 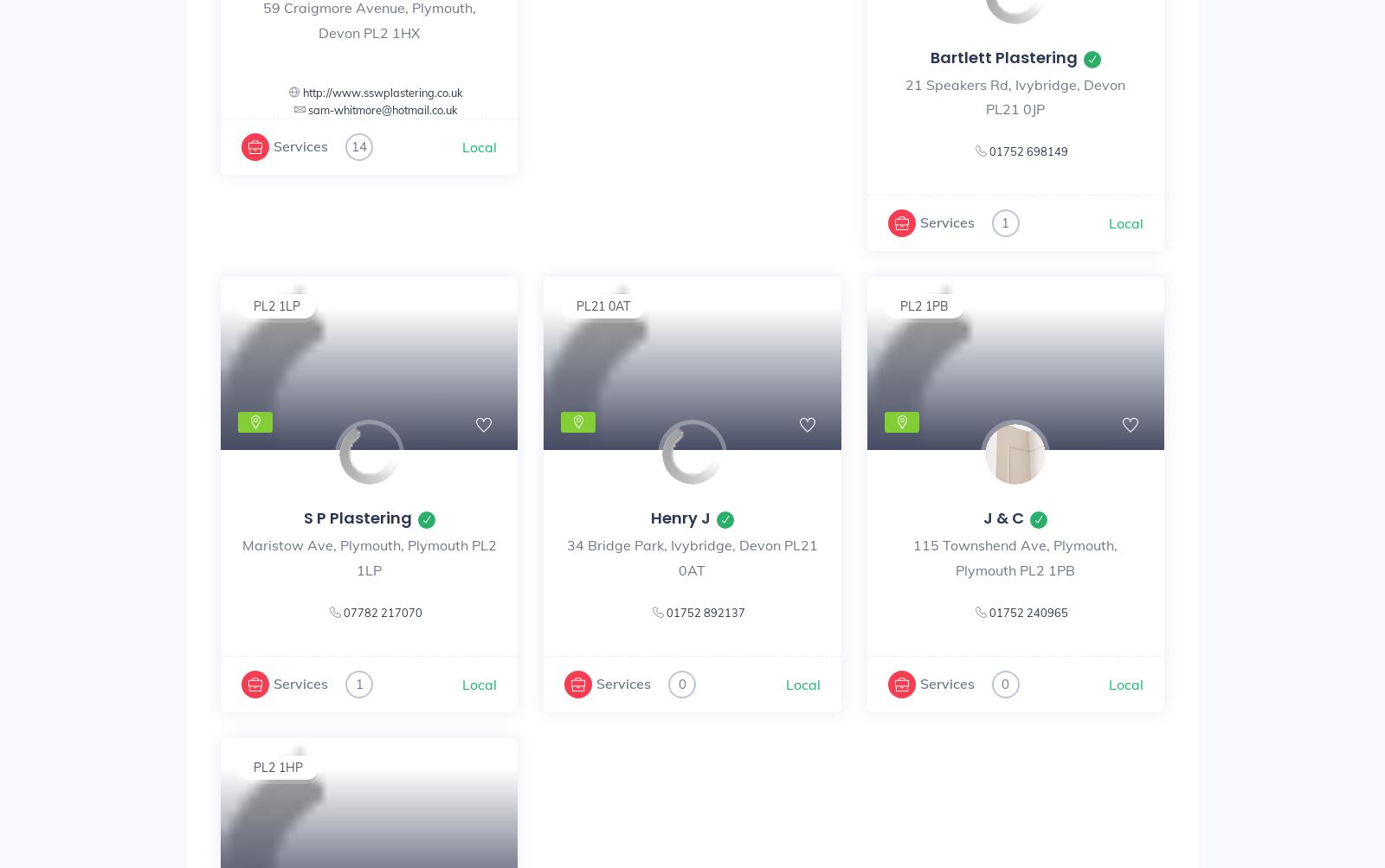 I want to click on '14', so click(x=350, y=145).